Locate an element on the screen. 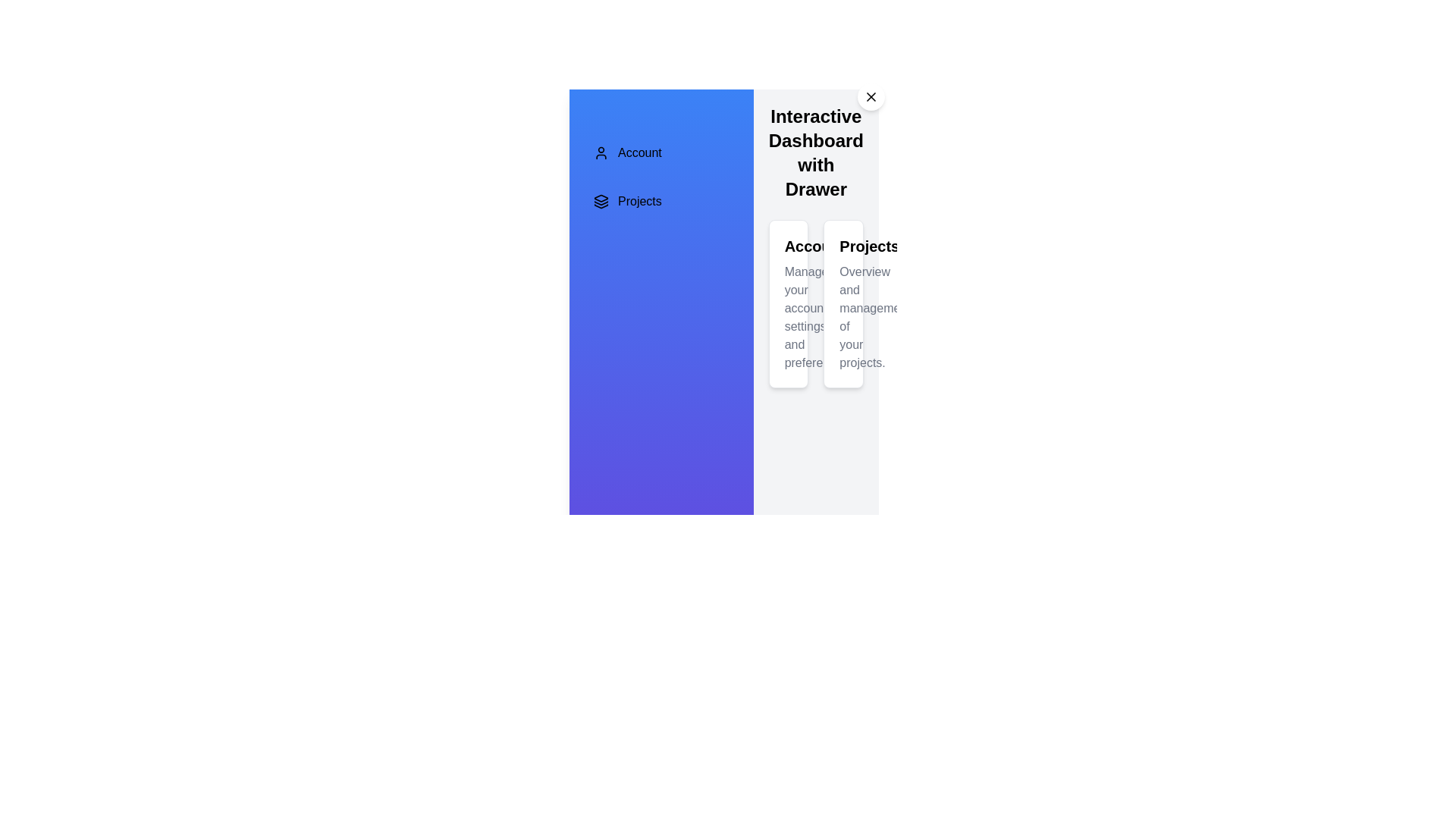 The height and width of the screenshot is (819, 1456). the menu item Account to select it is located at coordinates (661, 152).